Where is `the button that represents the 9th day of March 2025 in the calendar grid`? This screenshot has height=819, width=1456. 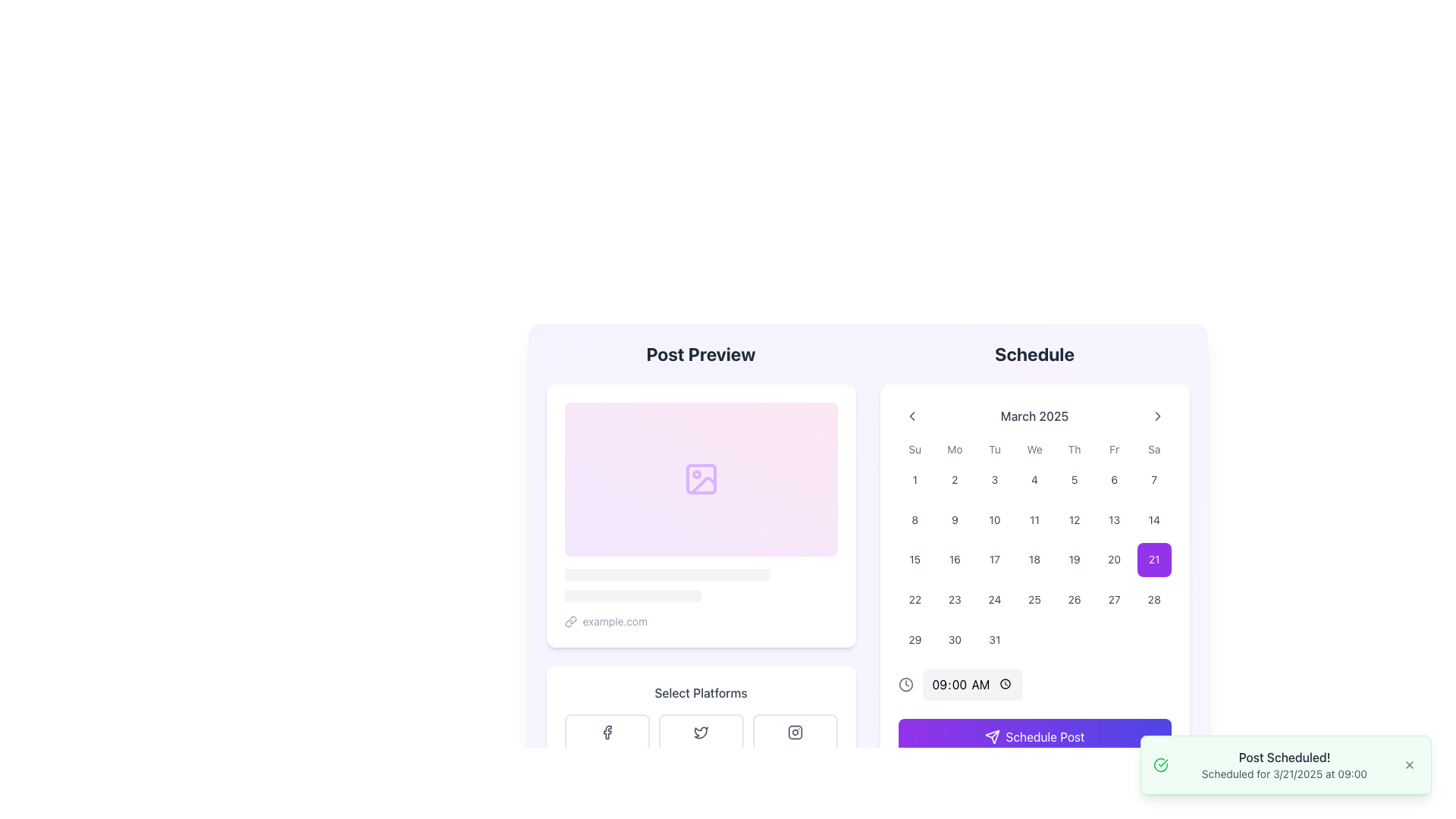 the button that represents the 9th day of March 2025 in the calendar grid is located at coordinates (954, 519).